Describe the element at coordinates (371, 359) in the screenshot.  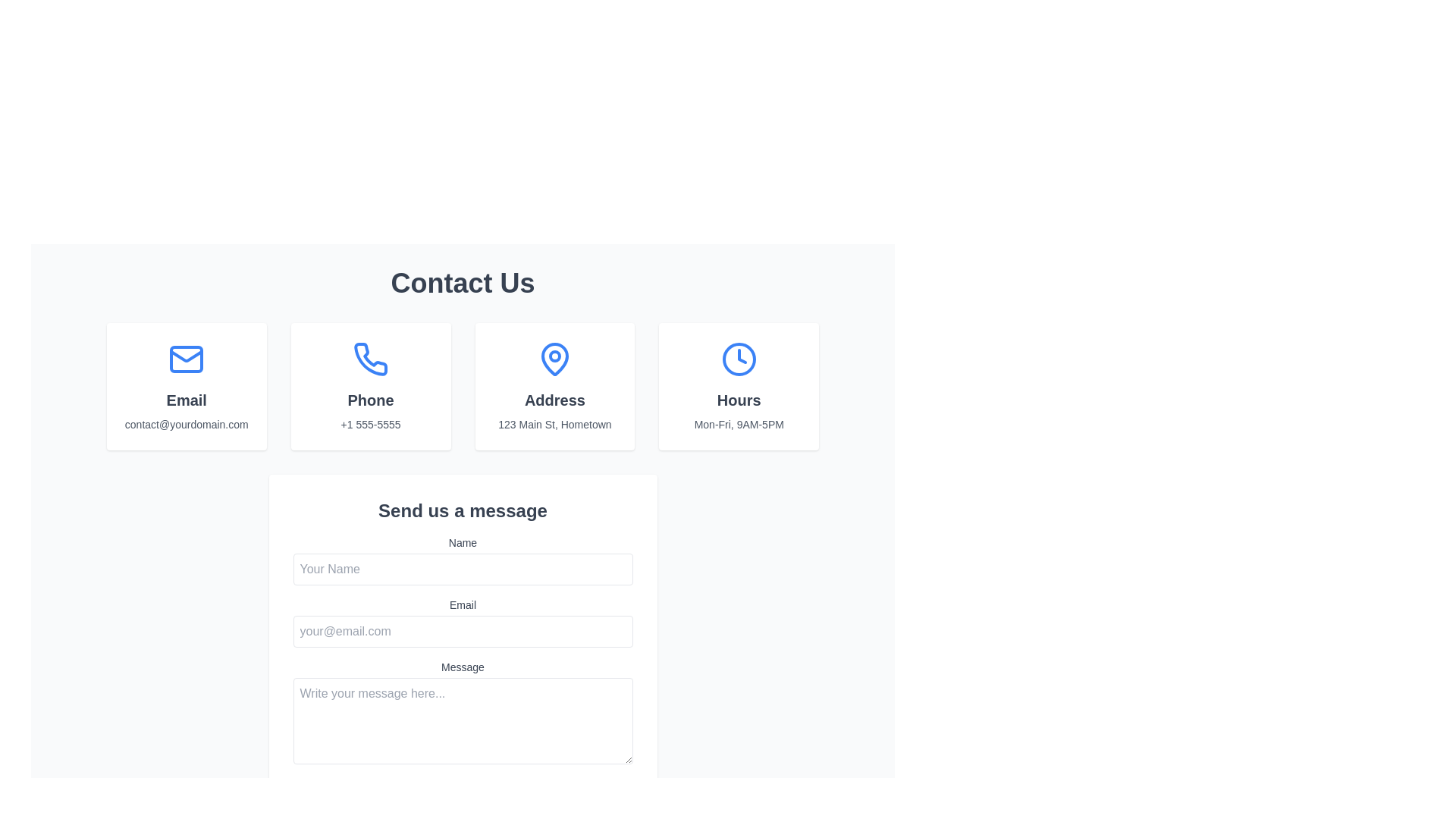
I see `the phone icon in the contact methods section, which is positioned above the label 'Phone' in the second column of the top section of the interface` at that location.